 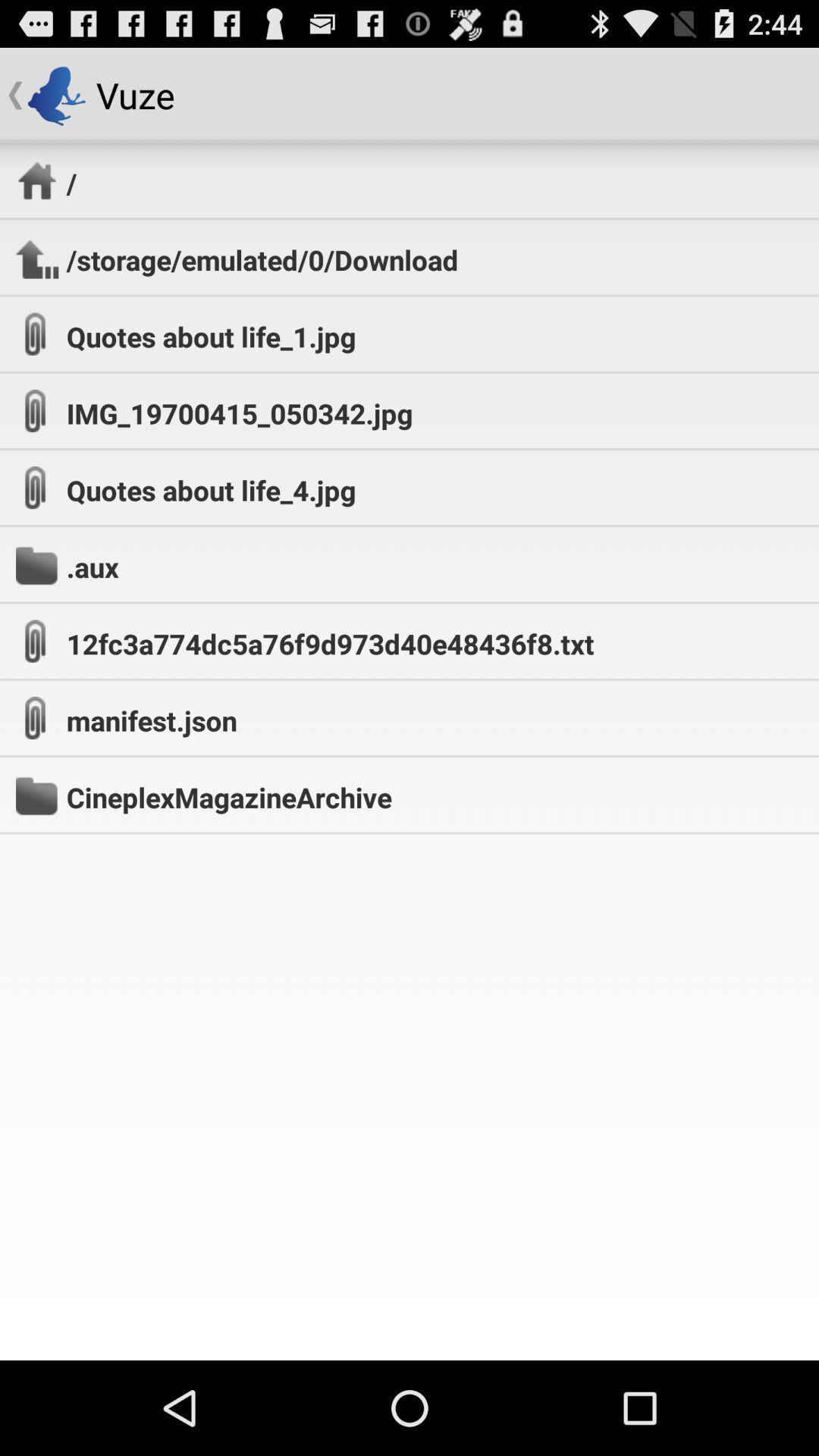 I want to click on / app, so click(x=71, y=182).